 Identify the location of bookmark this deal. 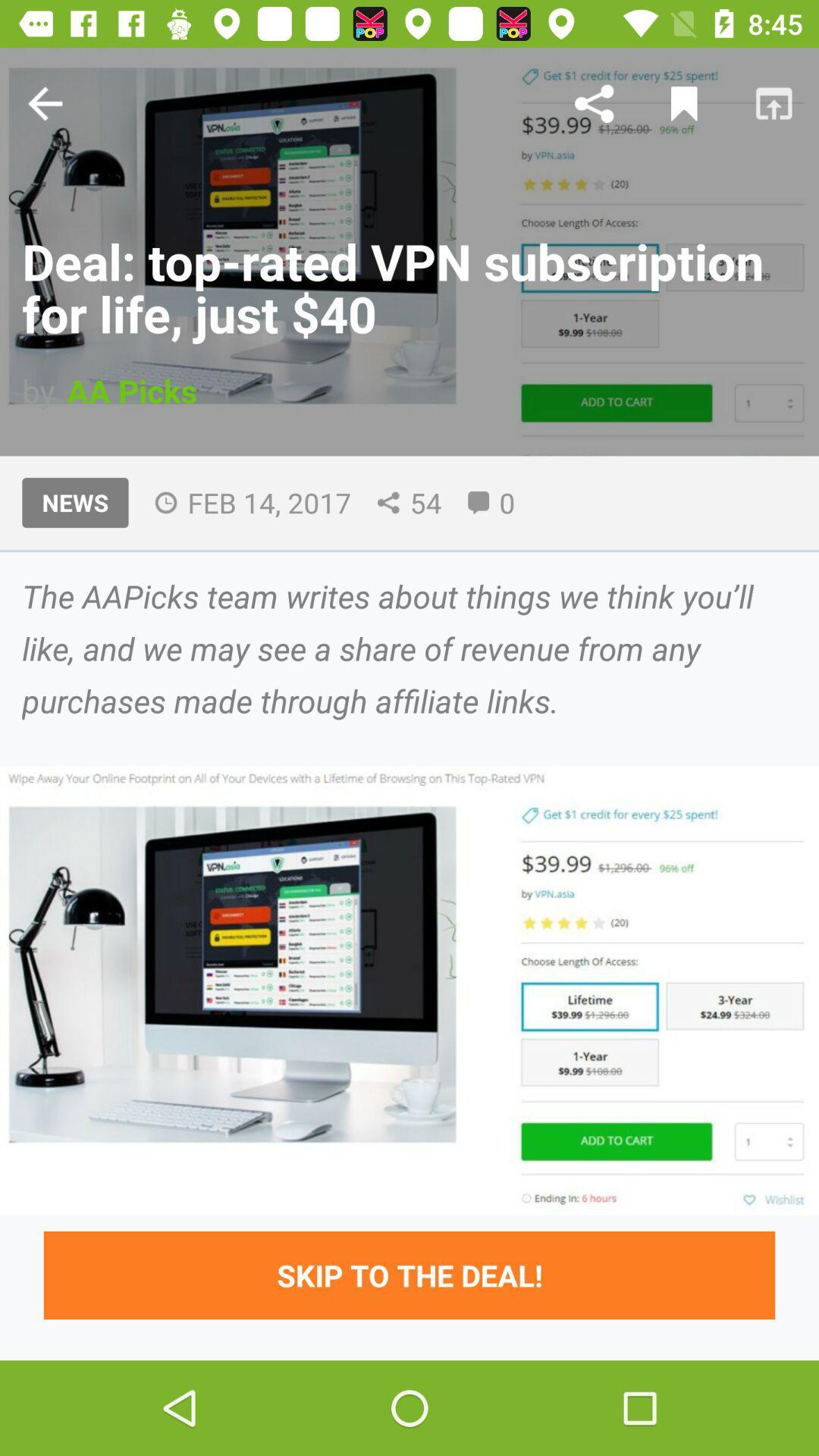
(684, 102).